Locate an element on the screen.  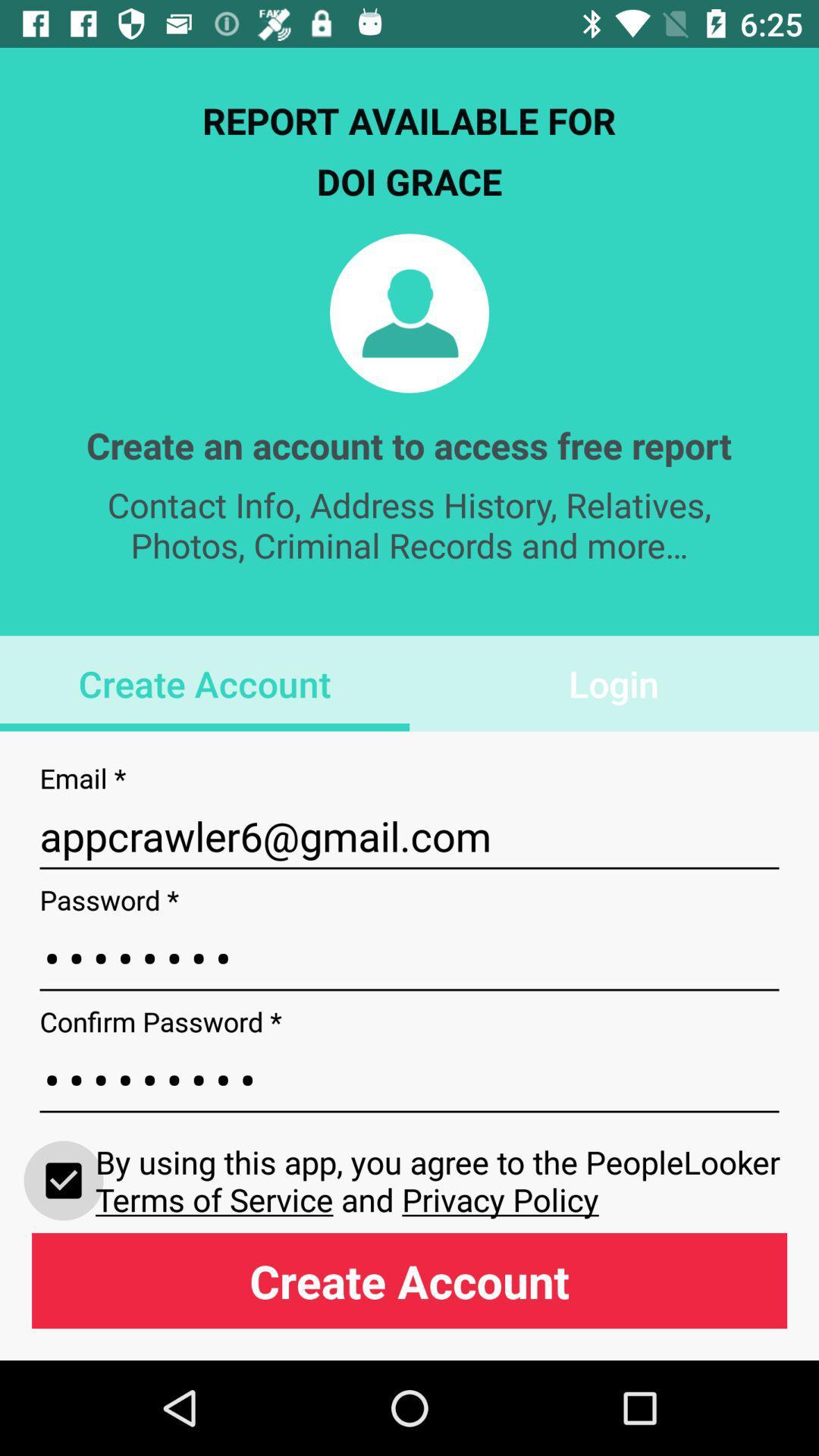
icon to the left of the by using this is located at coordinates (63, 1179).